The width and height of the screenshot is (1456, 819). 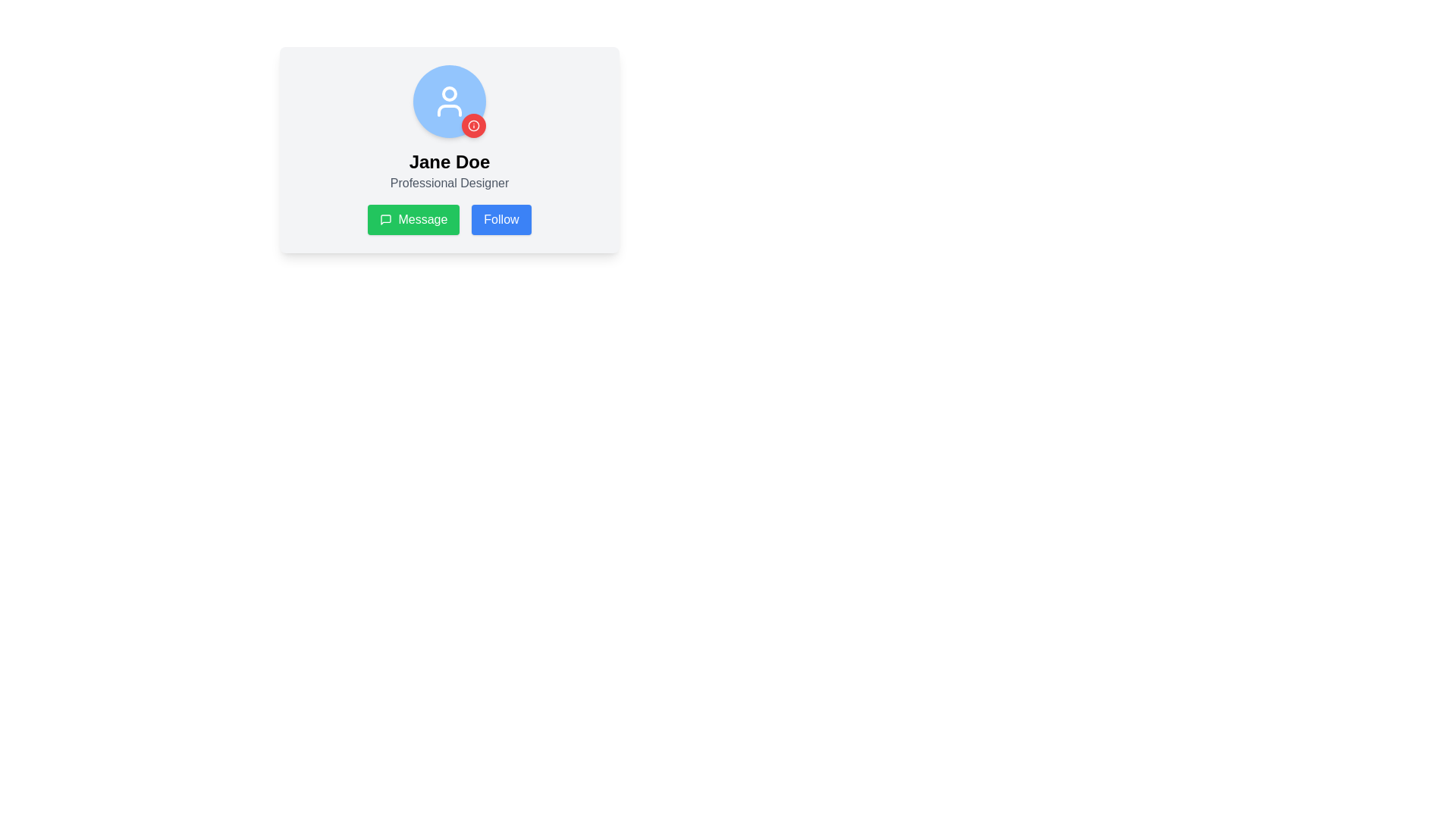 I want to click on the green 'Message' button with rounded corners and a speech bubble icon, so click(x=413, y=219).